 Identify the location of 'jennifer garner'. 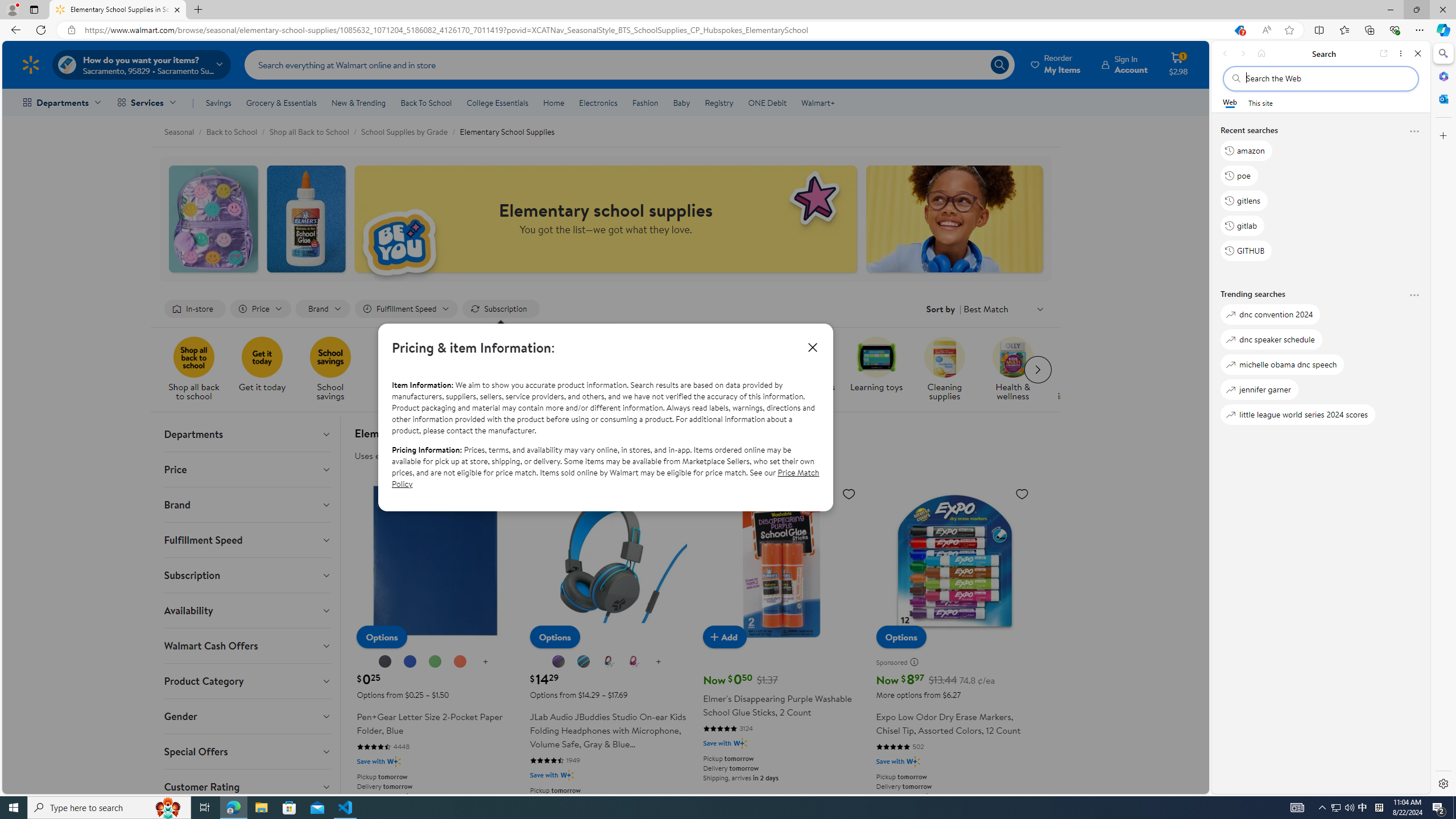
(1259, 388).